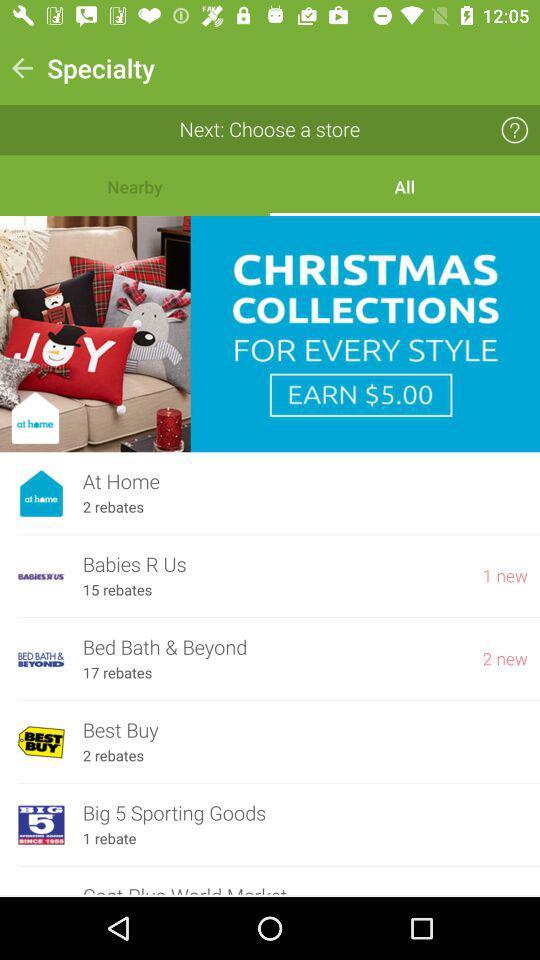 This screenshot has width=540, height=960. I want to click on the icon below 15 rebates icon, so click(272, 647).